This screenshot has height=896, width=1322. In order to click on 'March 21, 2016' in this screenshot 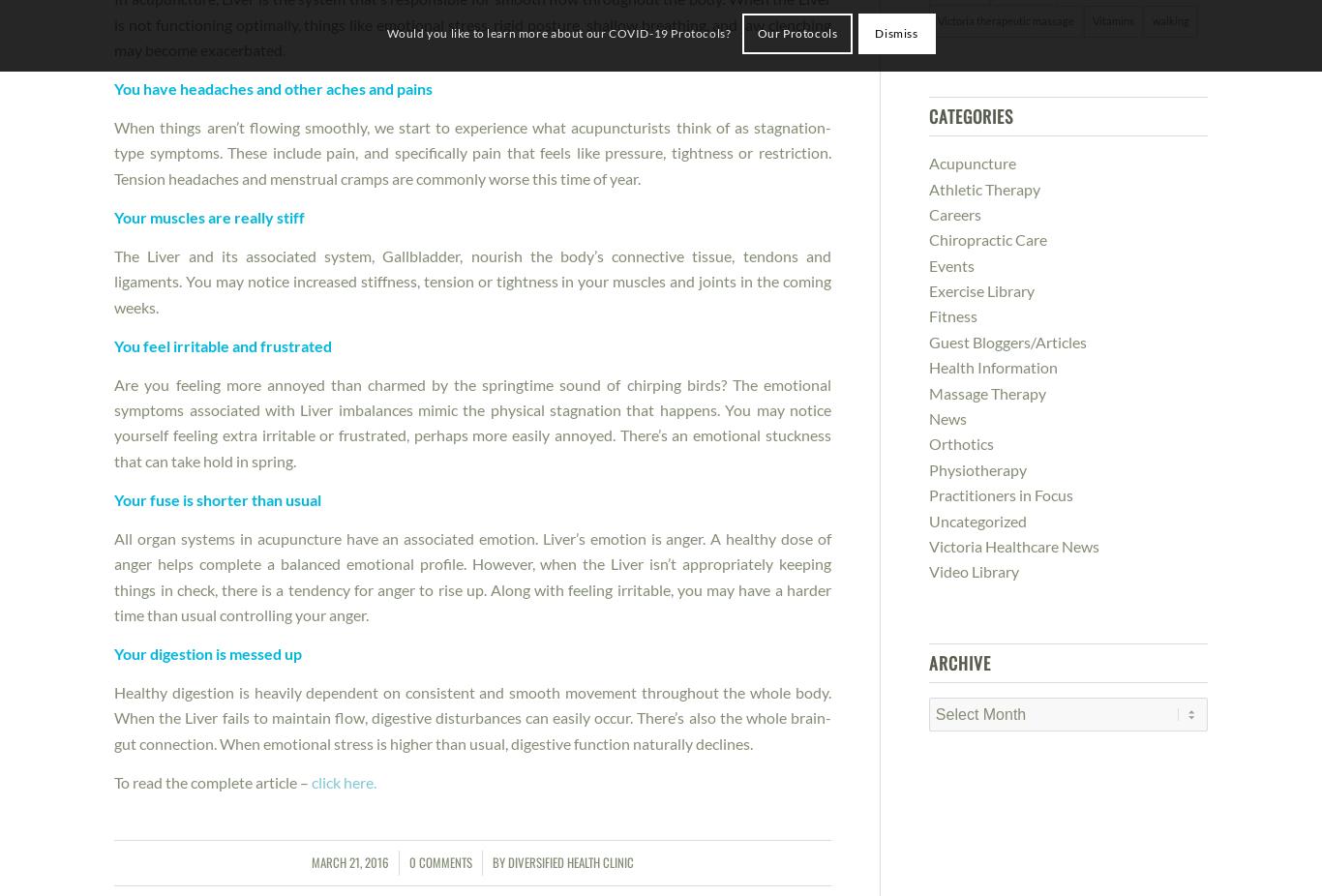, I will do `click(348, 861)`.